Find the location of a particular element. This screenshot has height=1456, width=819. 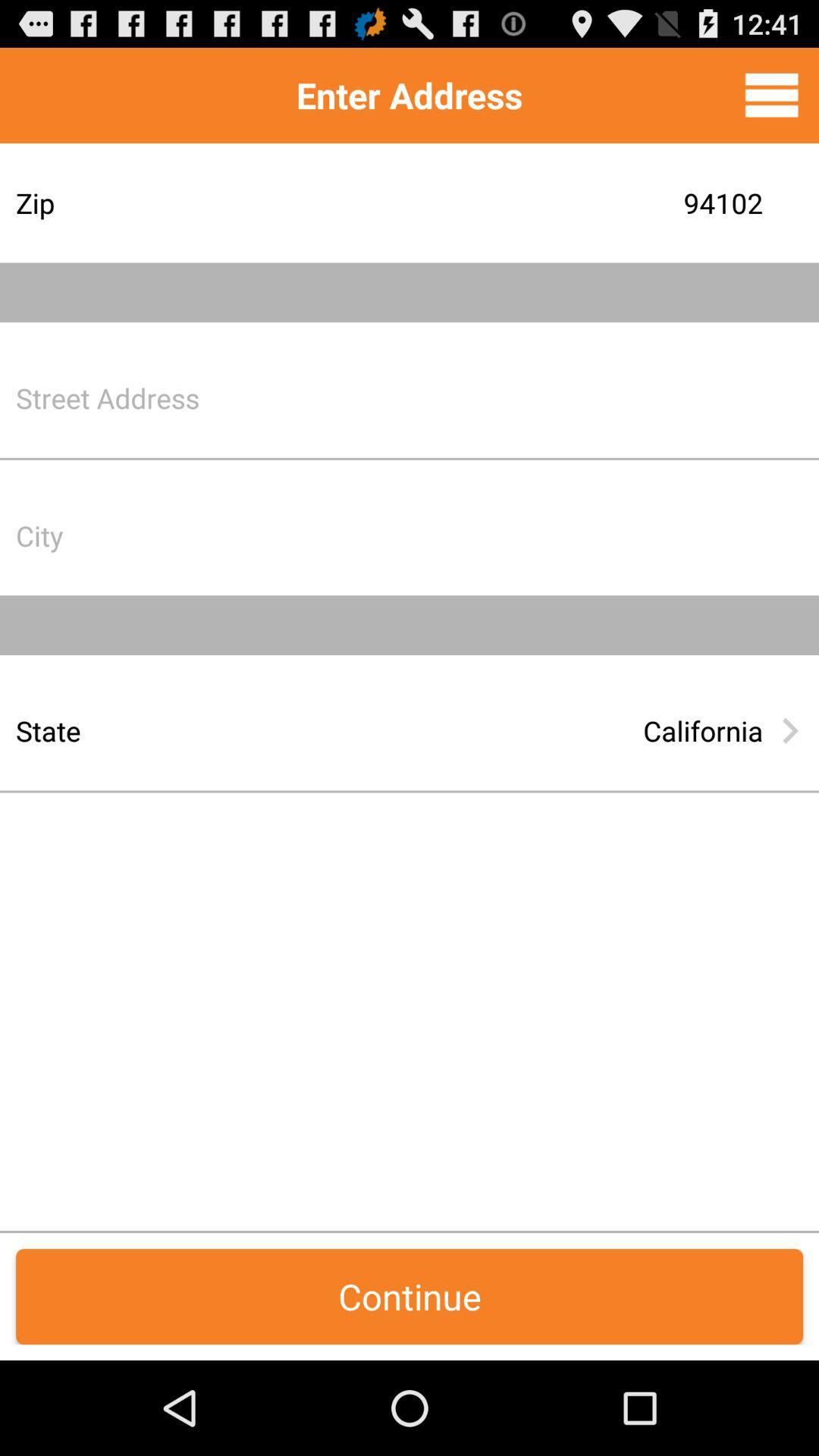

94102 is located at coordinates (526, 202).